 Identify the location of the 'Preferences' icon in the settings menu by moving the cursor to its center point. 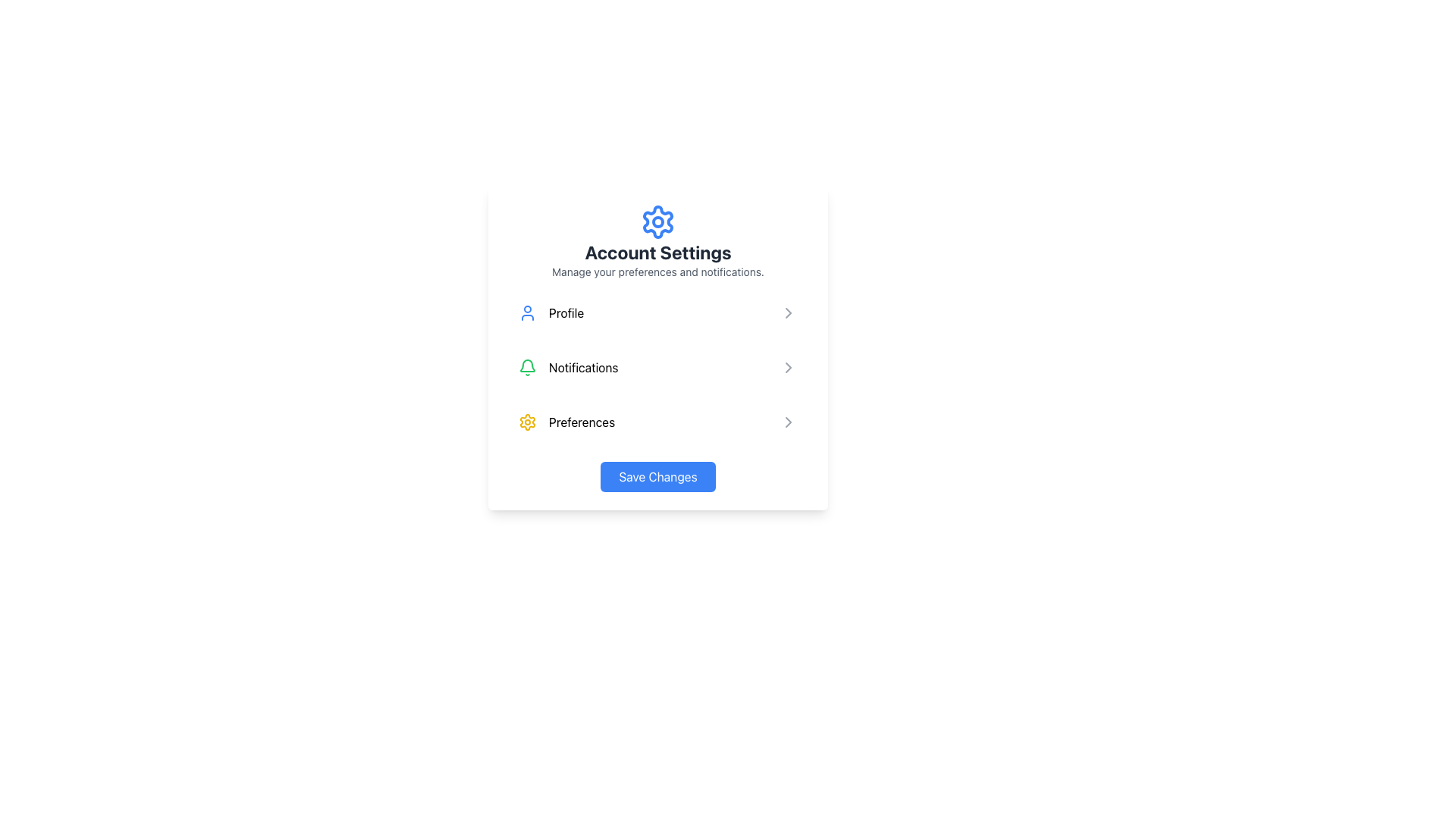
(528, 422).